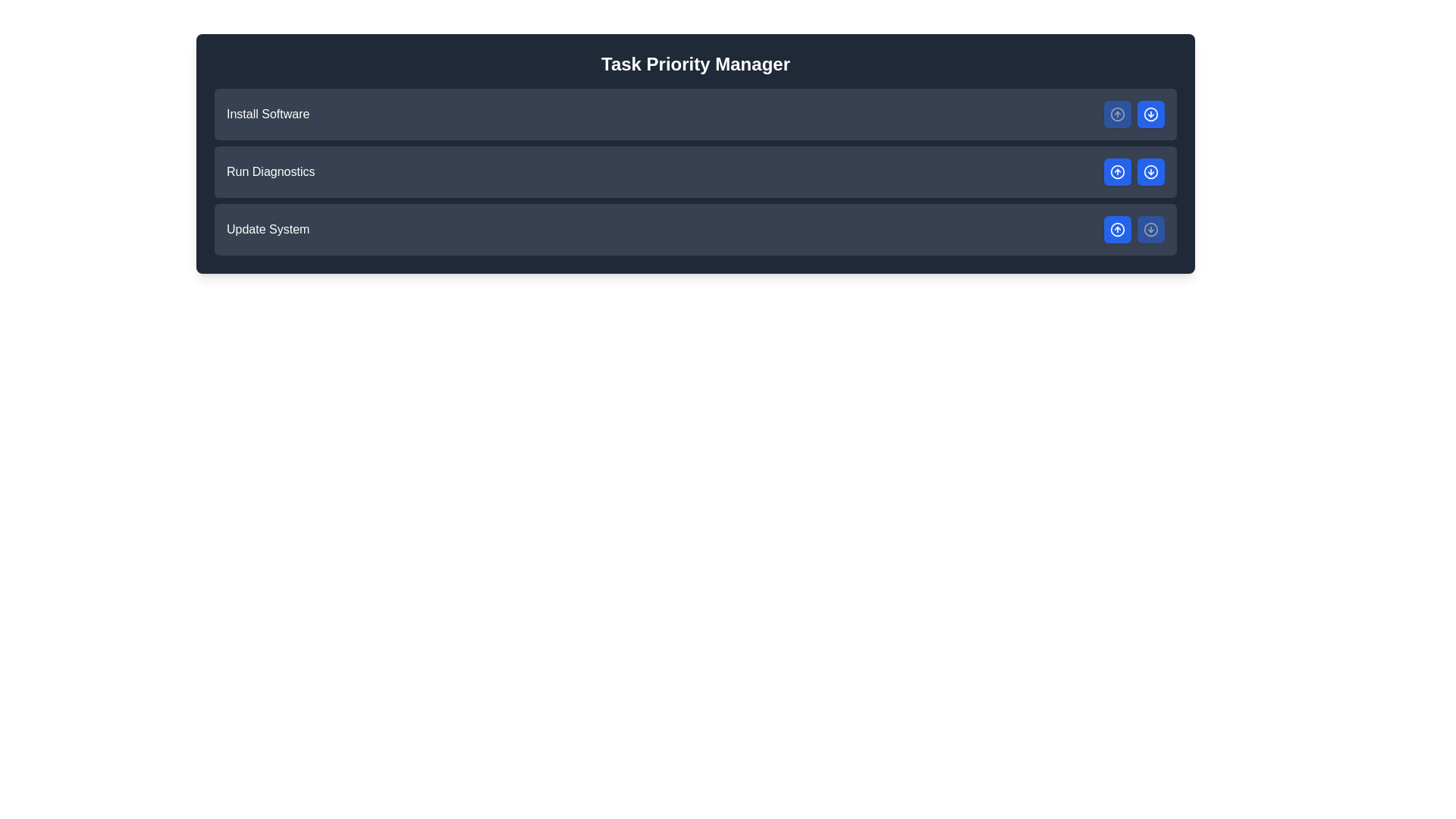  What do you see at coordinates (1117, 171) in the screenshot?
I see `the second upward arrow control button with a blue background and white foreground icon in the 'Run Diagnostics' row` at bounding box center [1117, 171].